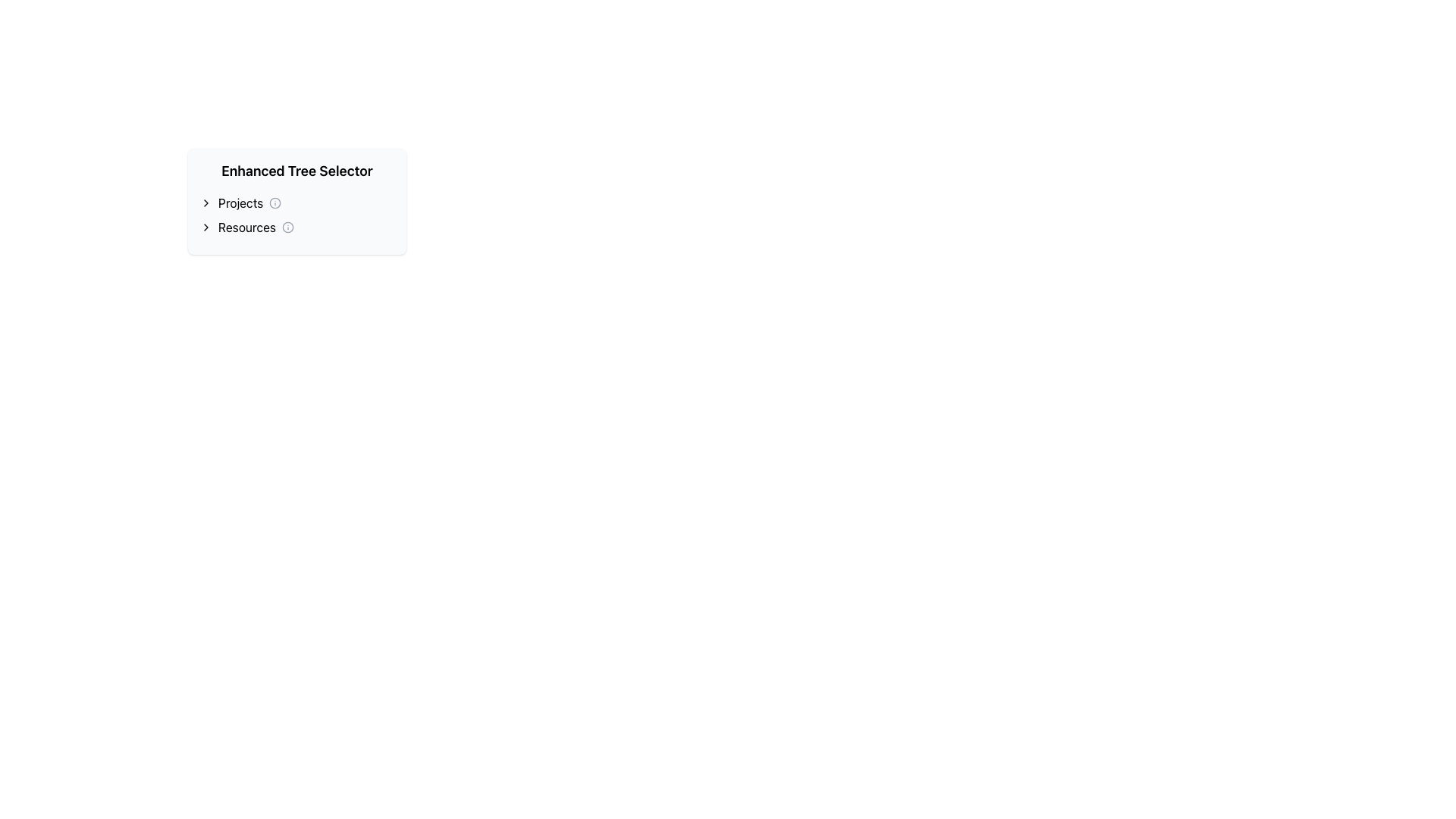 This screenshot has width=1456, height=819. Describe the element at coordinates (206, 202) in the screenshot. I see `the Chevron icon in the 'Projects' section` at that location.